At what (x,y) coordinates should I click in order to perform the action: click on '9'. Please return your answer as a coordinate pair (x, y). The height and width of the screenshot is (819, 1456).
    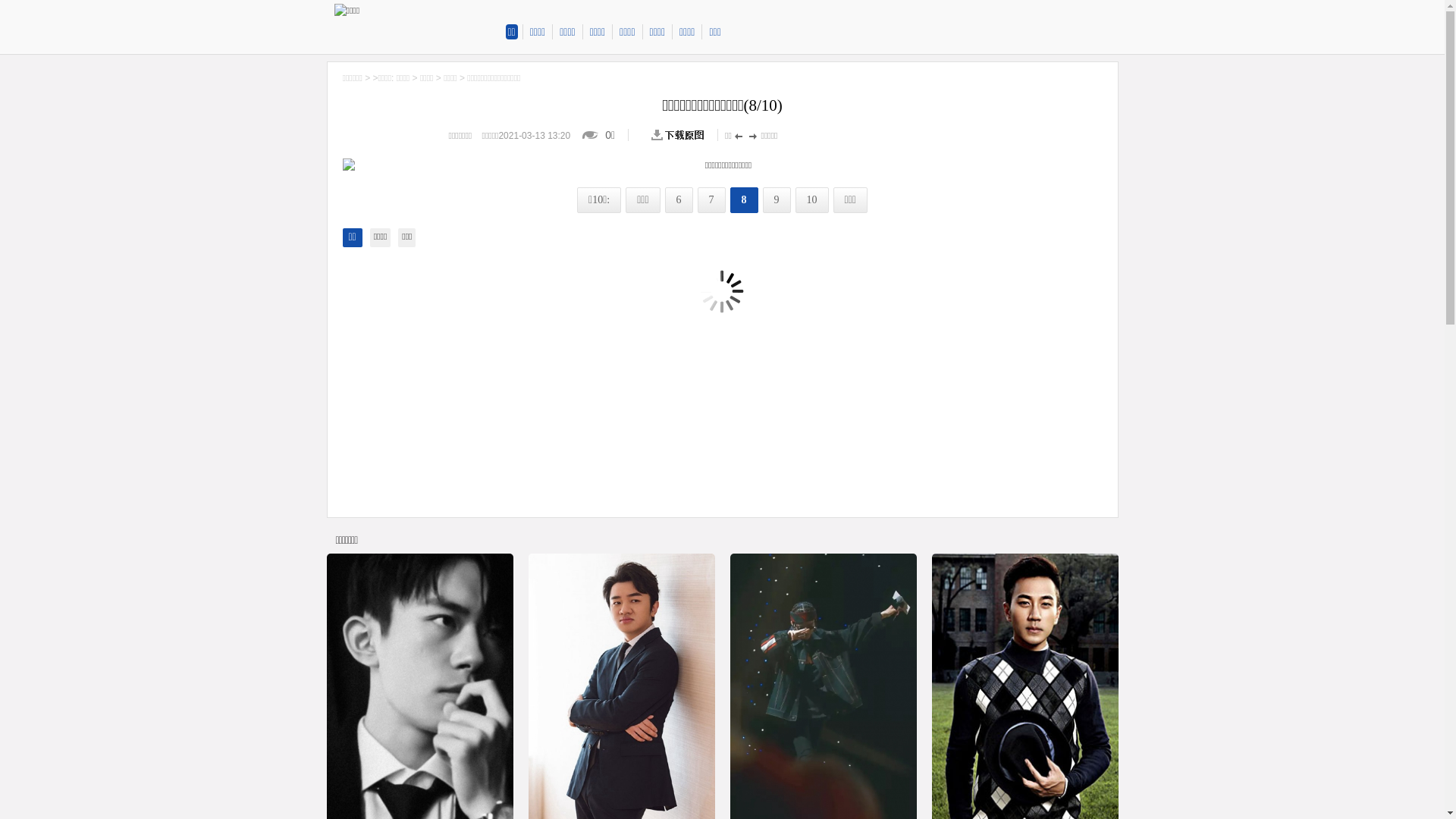
    Looking at the image, I should click on (763, 199).